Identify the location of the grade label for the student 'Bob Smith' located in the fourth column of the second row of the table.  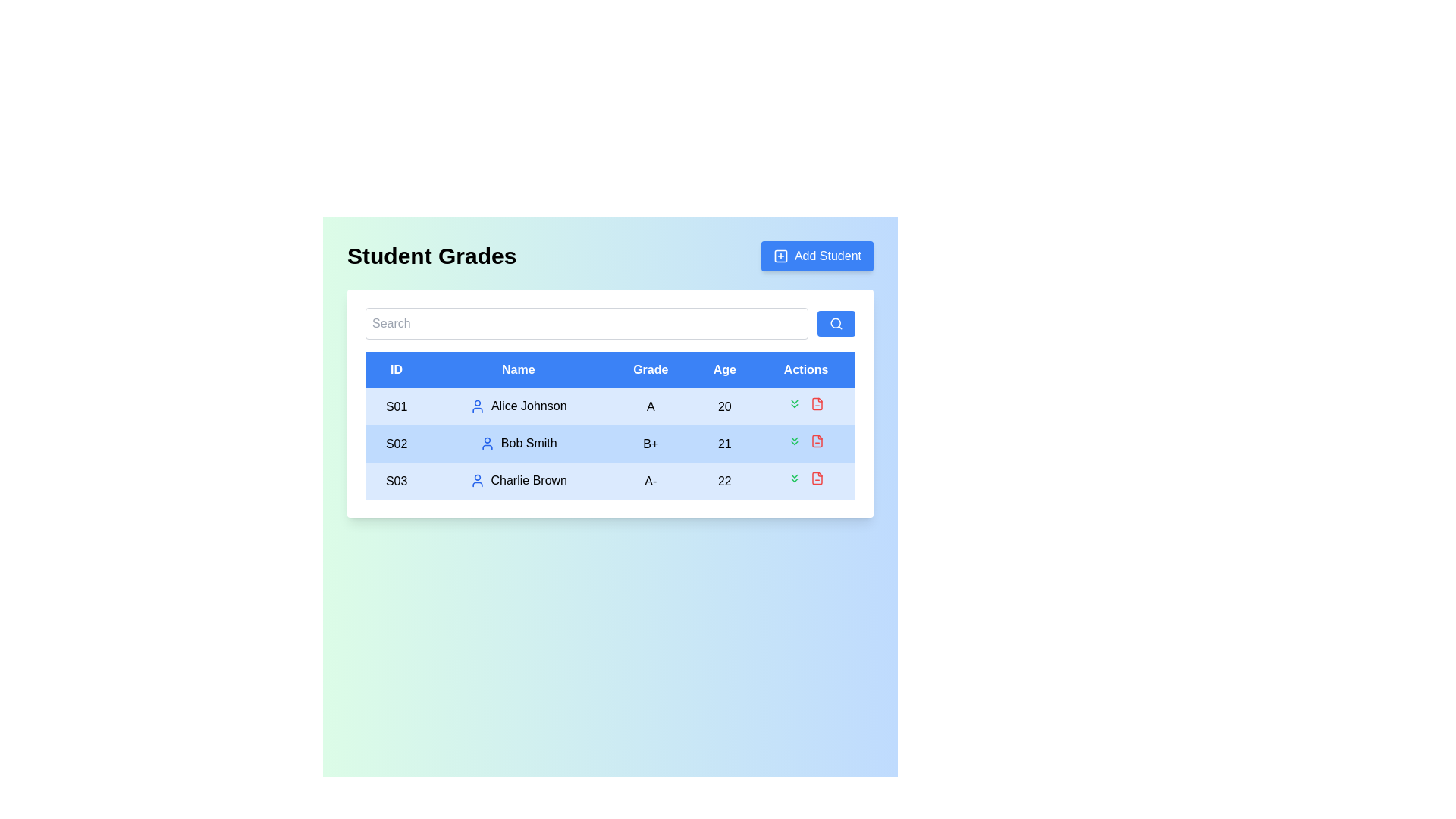
(651, 444).